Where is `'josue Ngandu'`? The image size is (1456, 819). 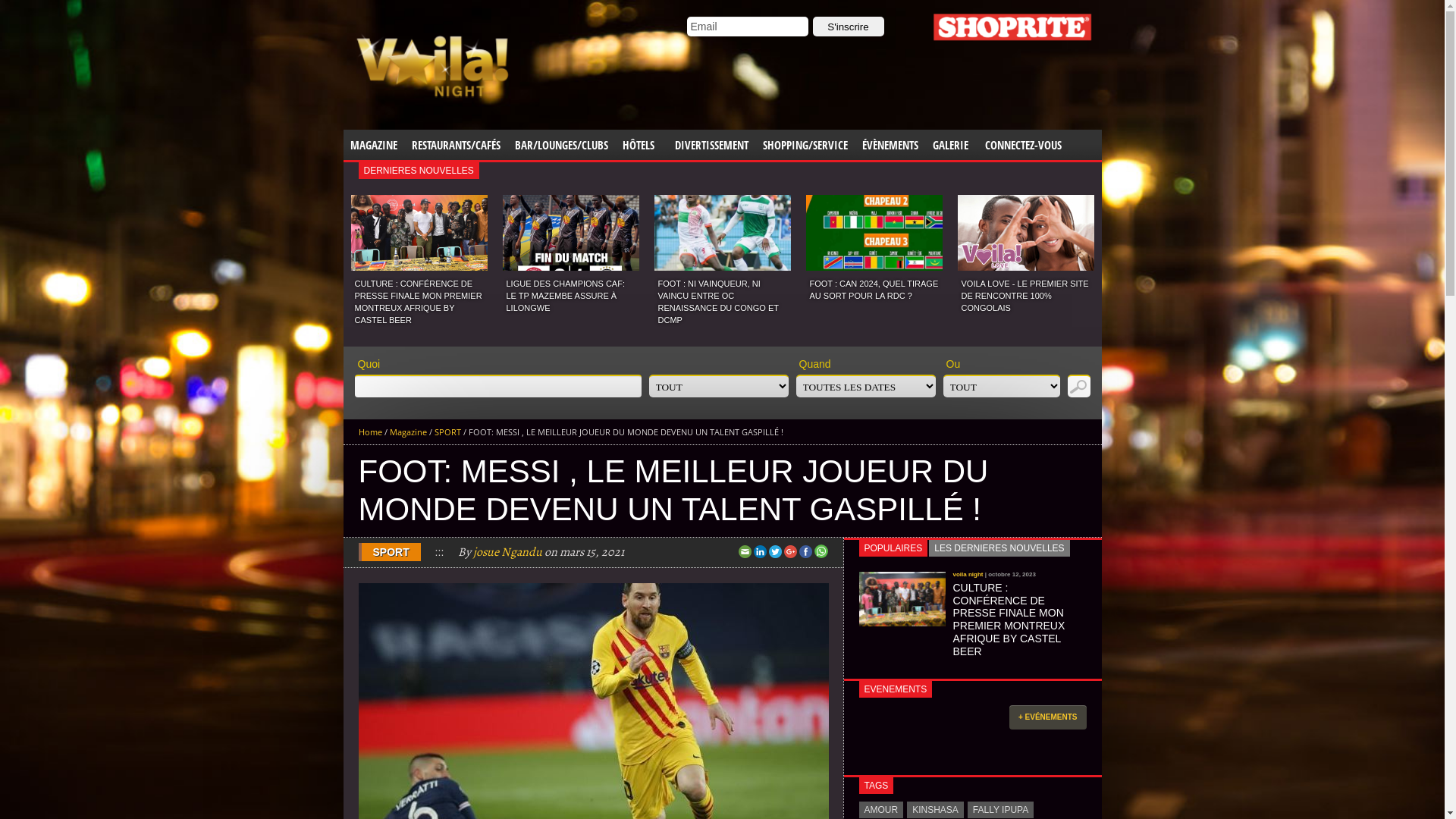
'josue Ngandu' is located at coordinates (507, 552).